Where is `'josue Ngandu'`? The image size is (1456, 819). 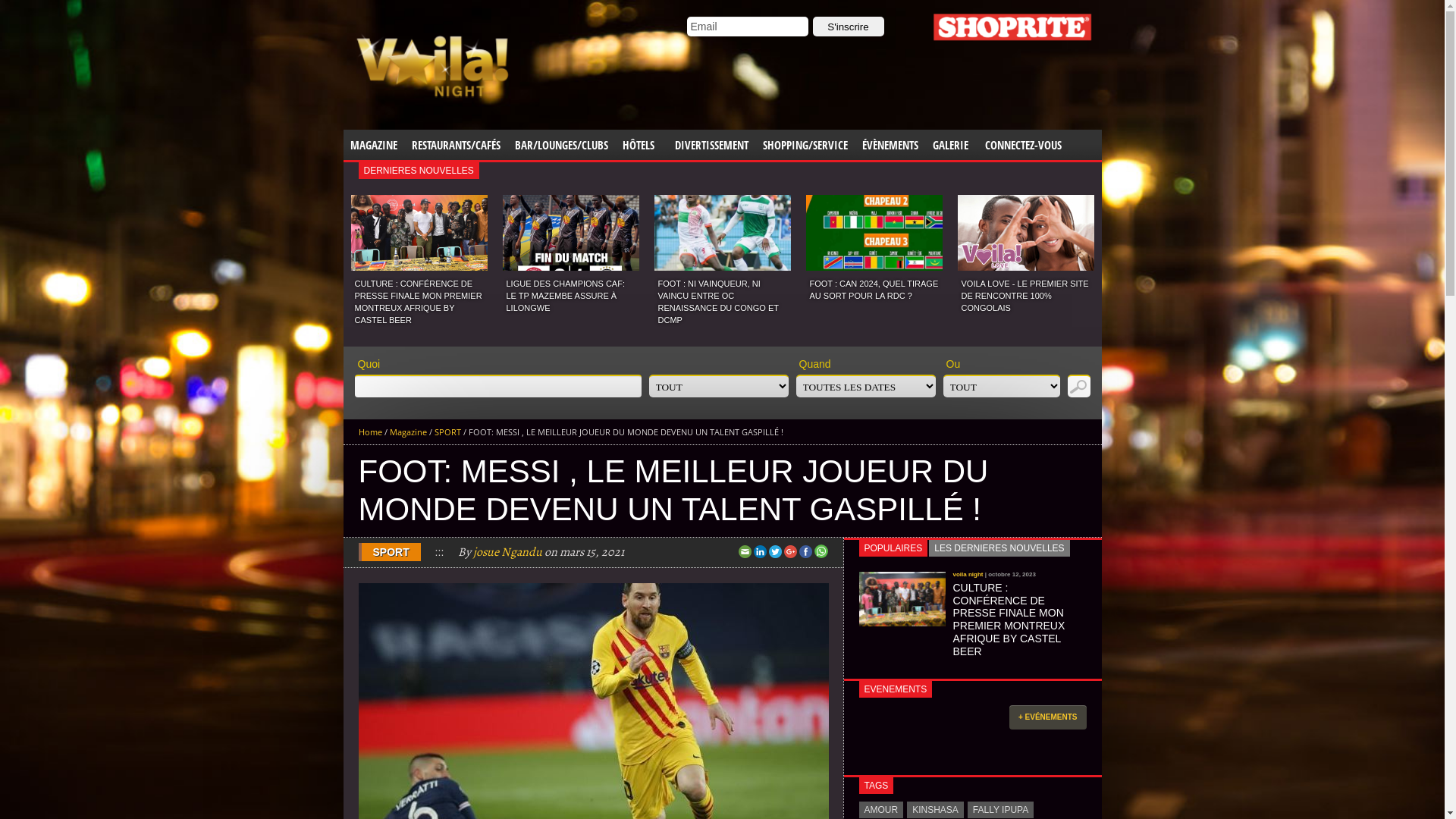
'josue Ngandu' is located at coordinates (507, 552).